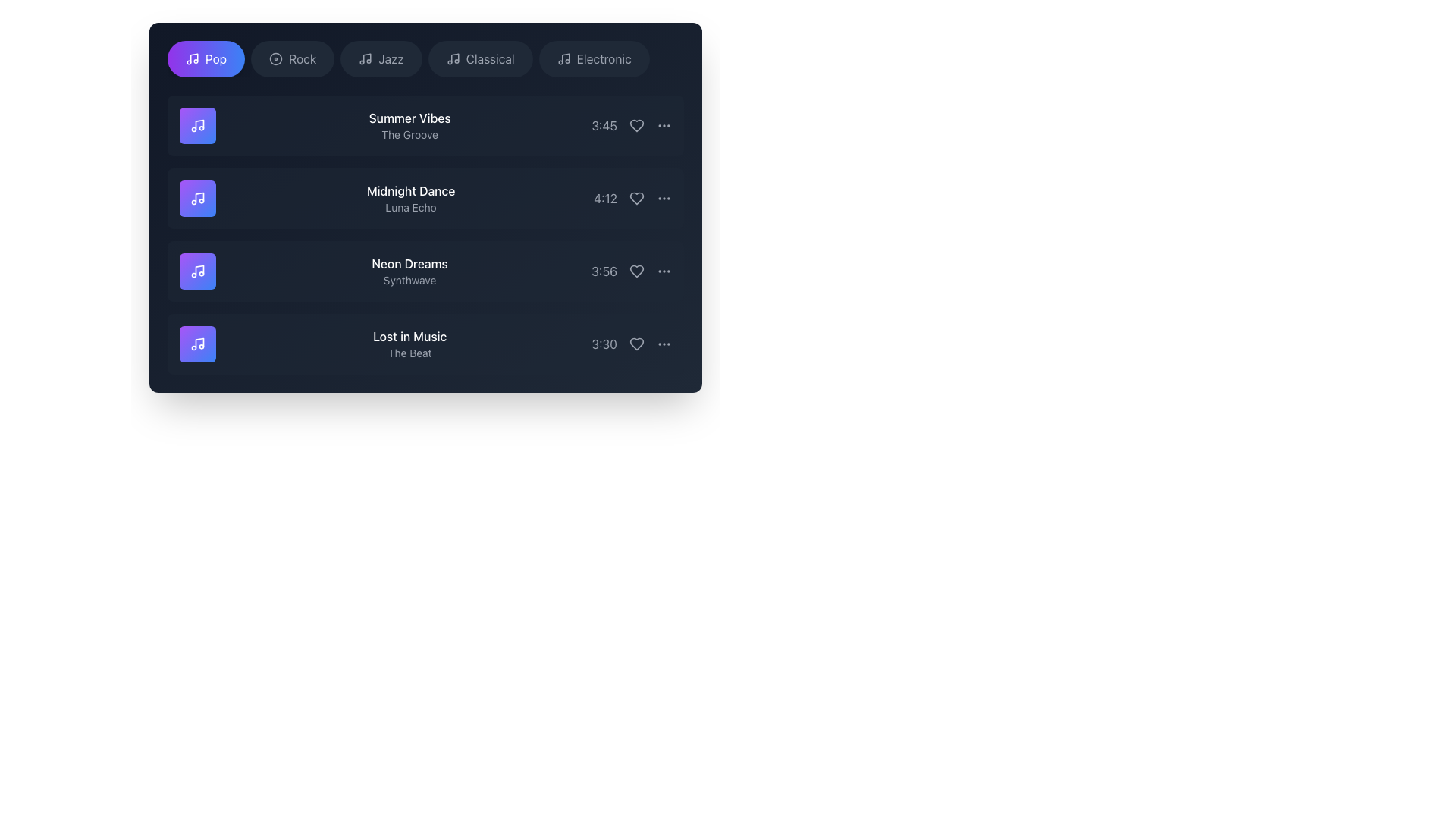 The height and width of the screenshot is (819, 1456). I want to click on the 'Classical' category filter option, which is the fifth item in the horizontally arranged list of musical genres, so click(490, 58).